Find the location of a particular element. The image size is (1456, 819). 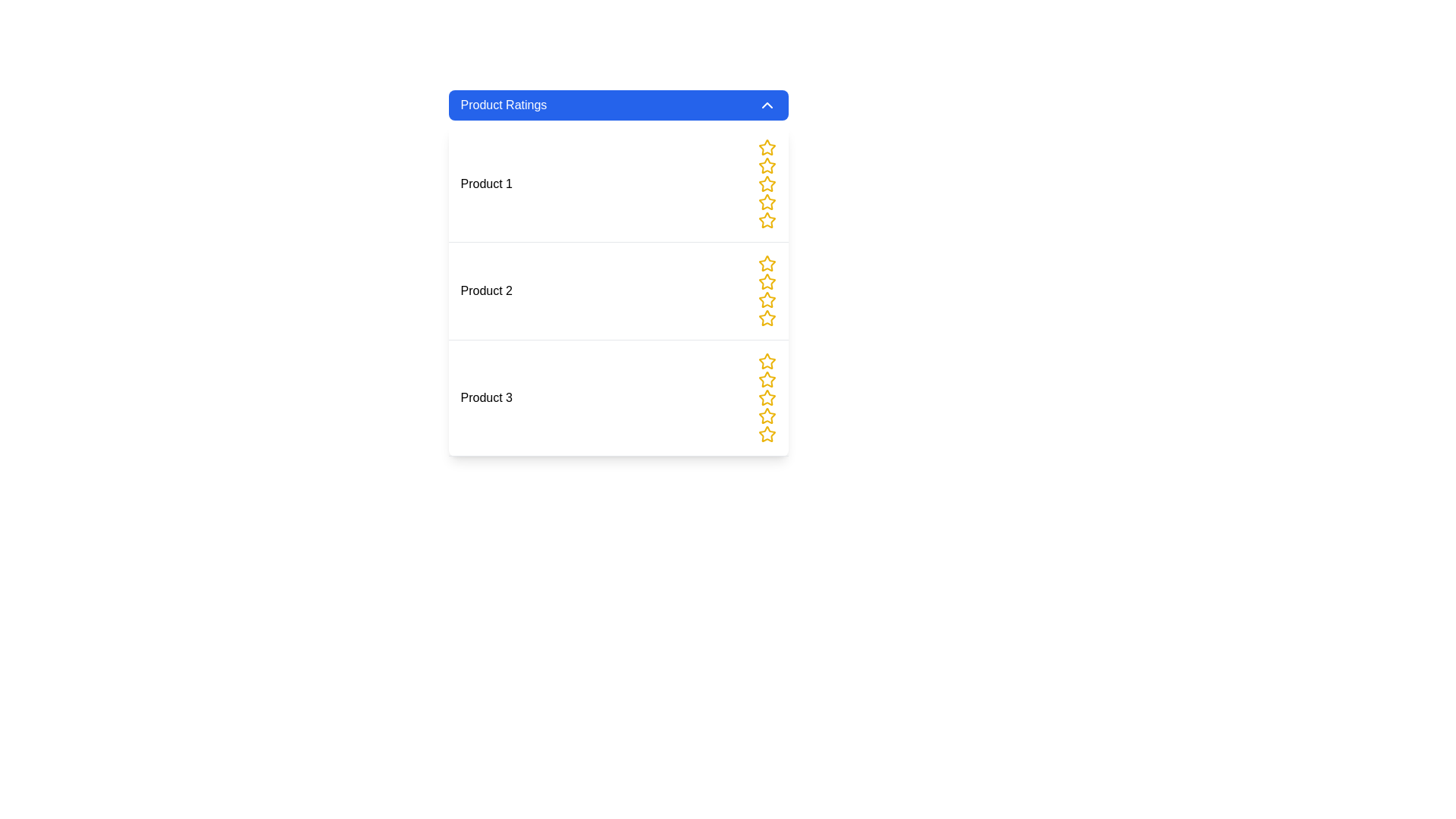

the fifth Interactive Rating Star Icon for 'Product 1' to prepare for interaction is located at coordinates (767, 220).